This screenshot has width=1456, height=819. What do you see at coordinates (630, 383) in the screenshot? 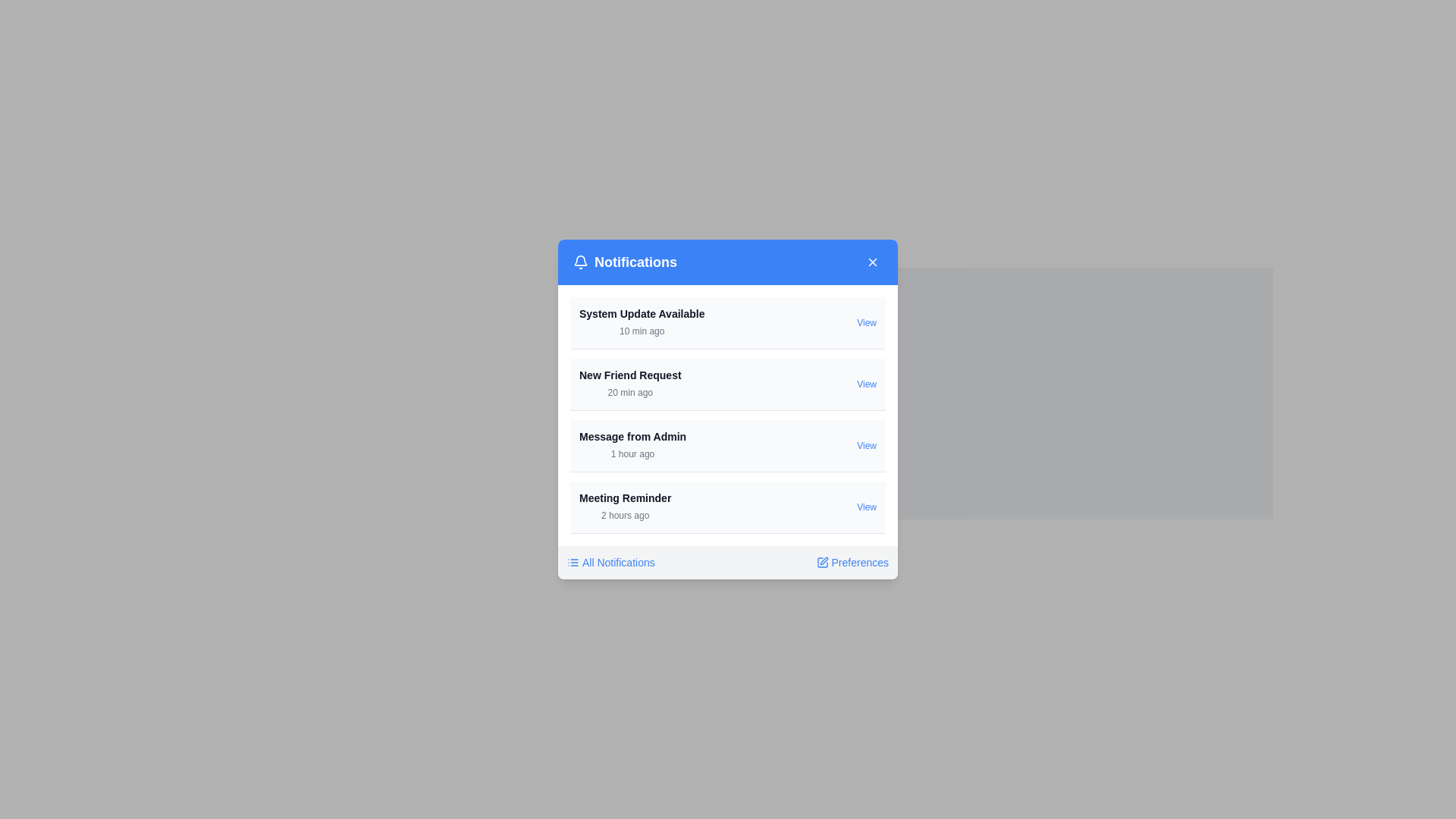
I see `the Notification item displaying 'New Friend Request' with timestamp '20 min ago', located between the 'System Update Available' and 'Message from Admin' notifications` at bounding box center [630, 383].